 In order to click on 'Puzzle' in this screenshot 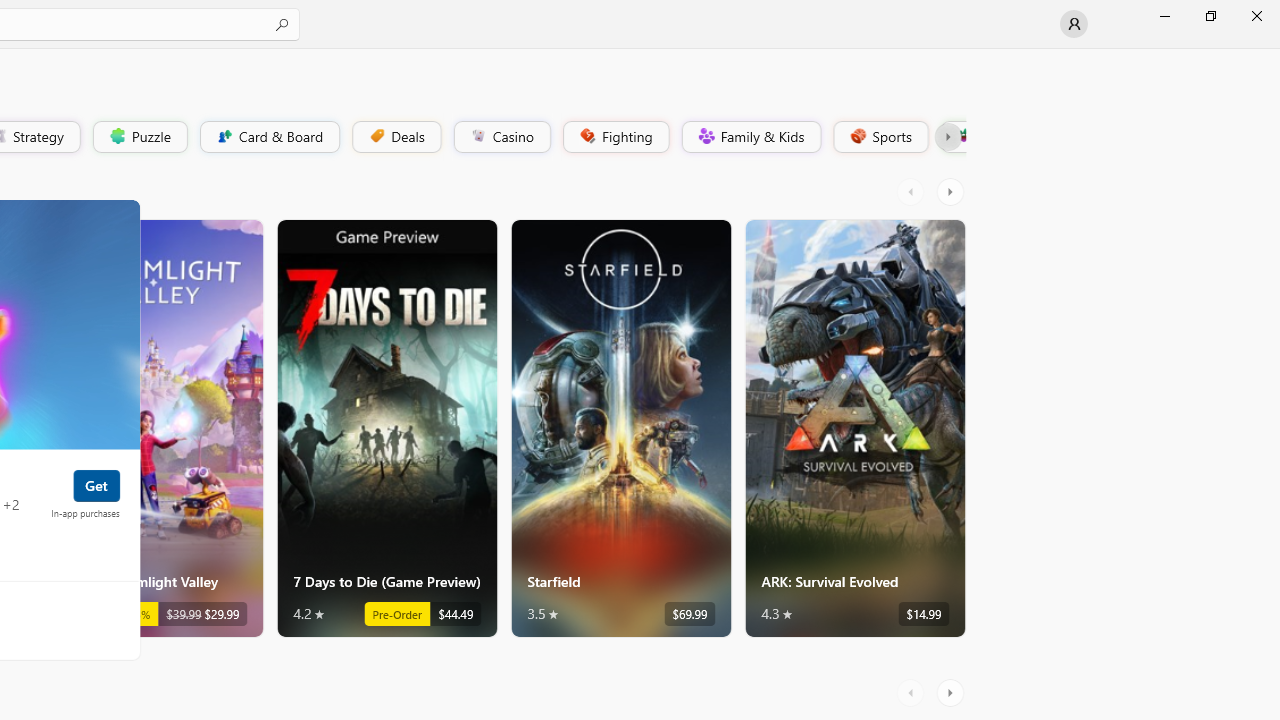, I will do `click(138, 135)`.